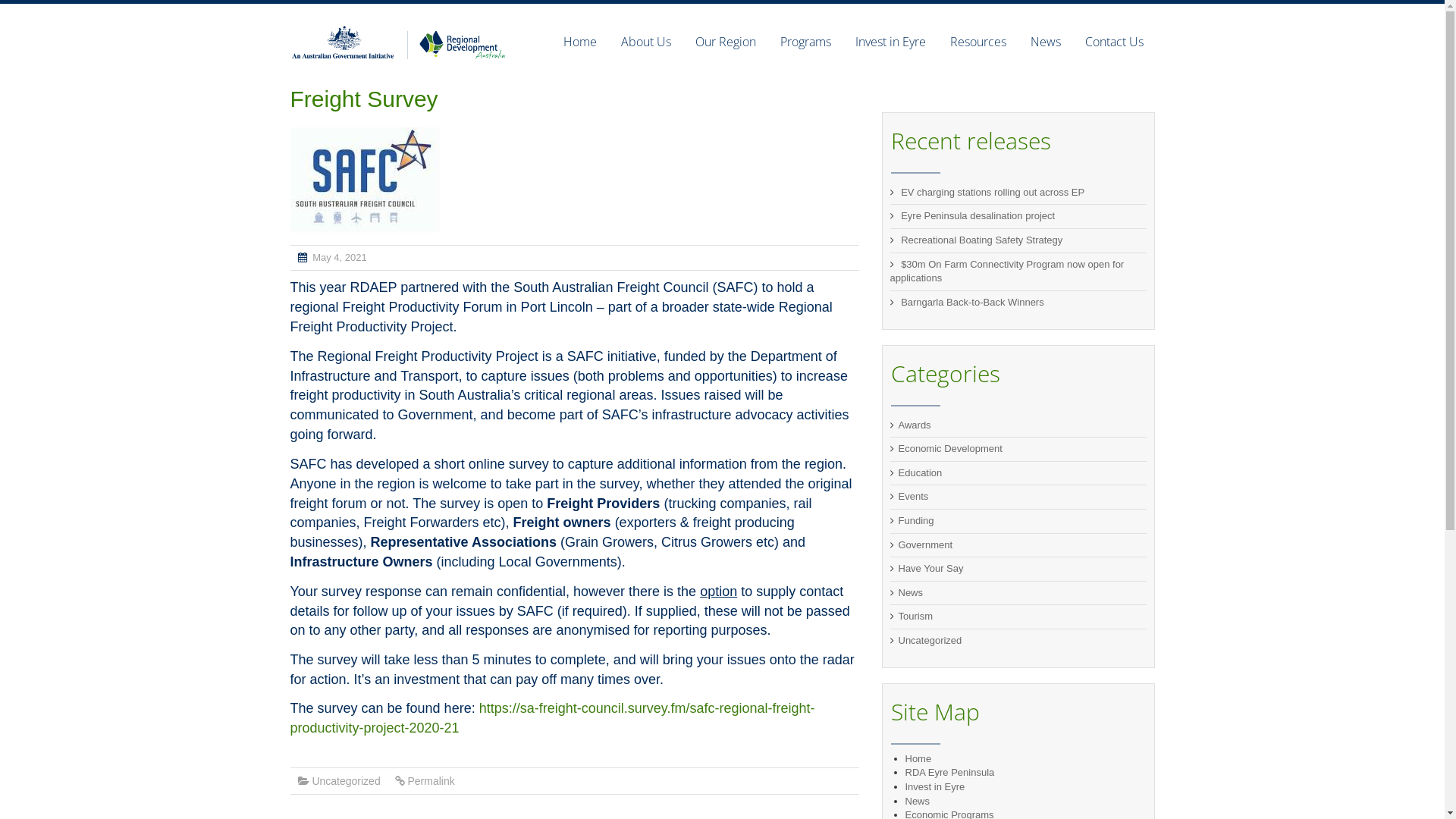 The image size is (1456, 819). Describe the element at coordinates (804, 40) in the screenshot. I see `'Programs'` at that location.